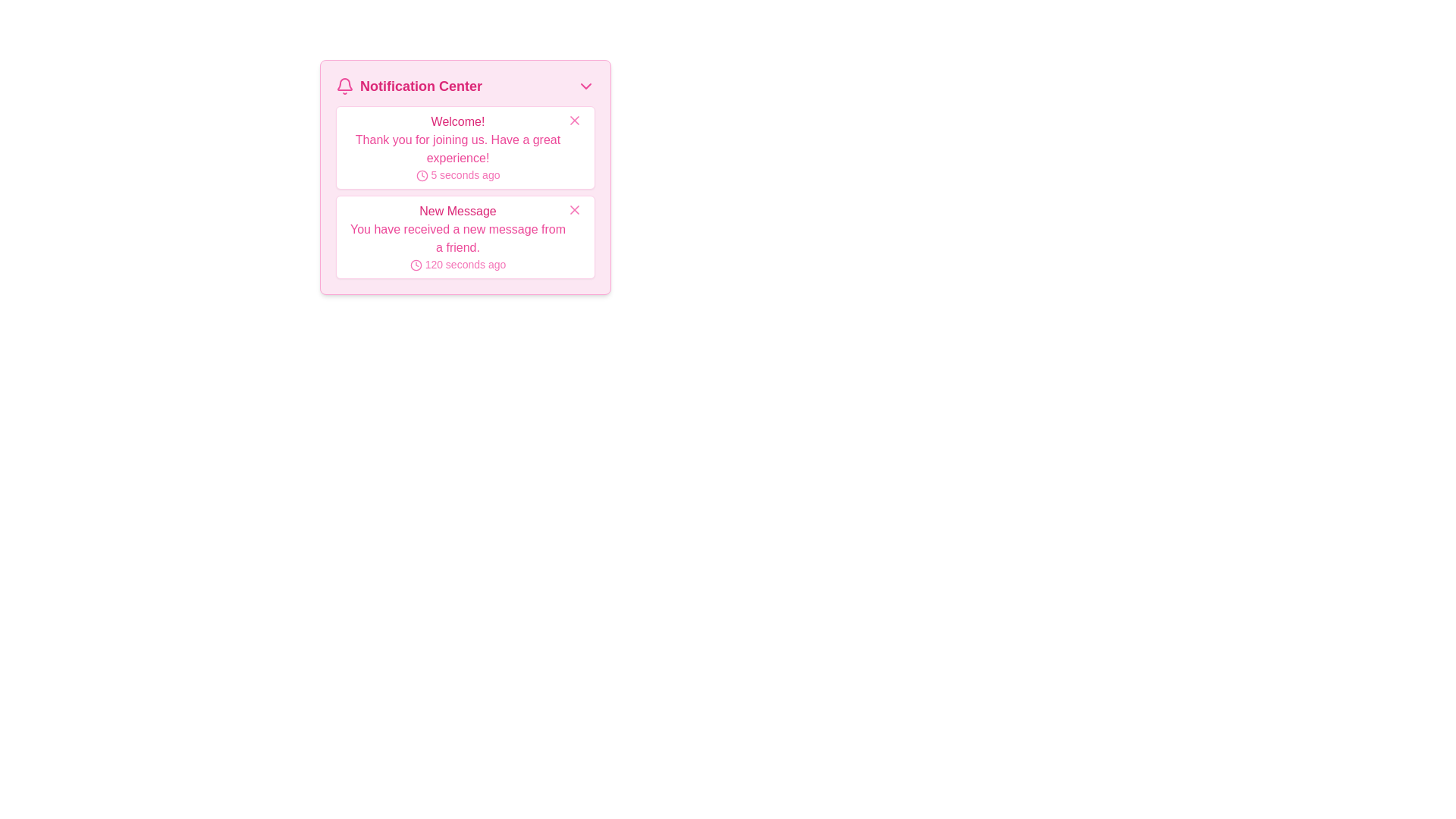  I want to click on the decorative circle icon of the clock, which is part of the notification panel indicating time related to the notification, positioned to the left of the text '120 seconds ago', so click(422, 175).